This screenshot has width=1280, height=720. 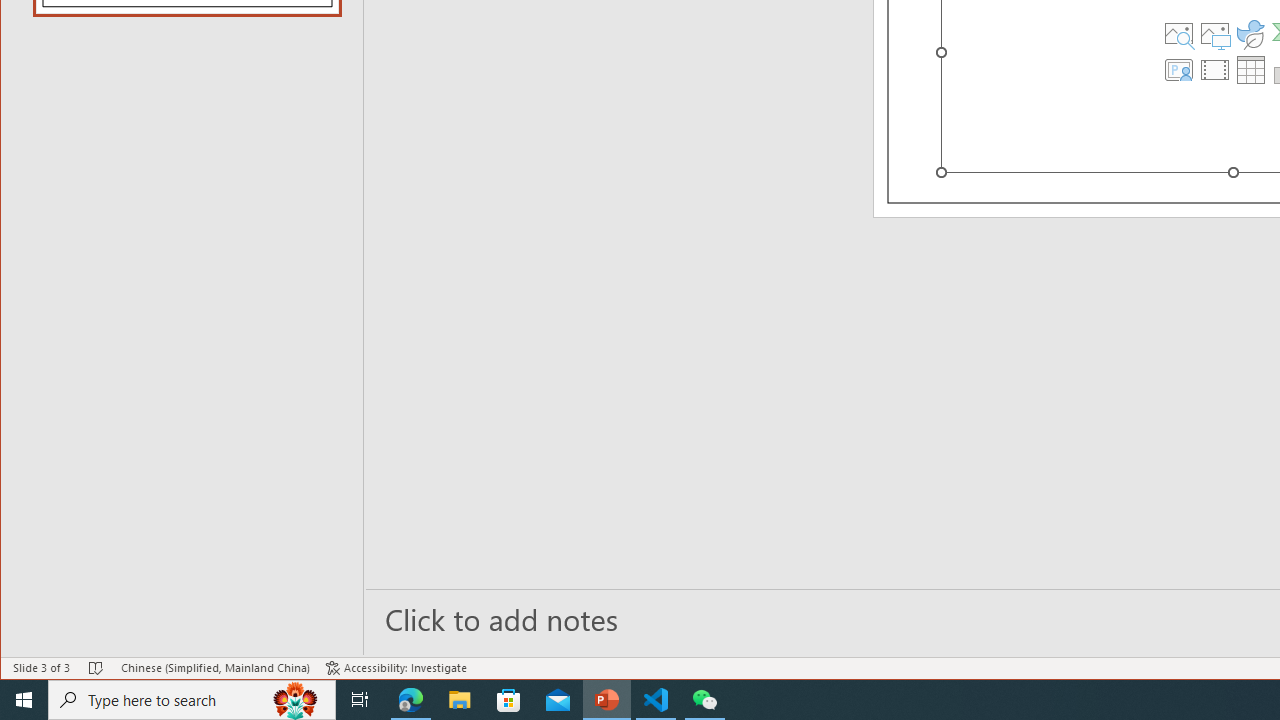 I want to click on 'Insert Table', so click(x=1250, y=68).